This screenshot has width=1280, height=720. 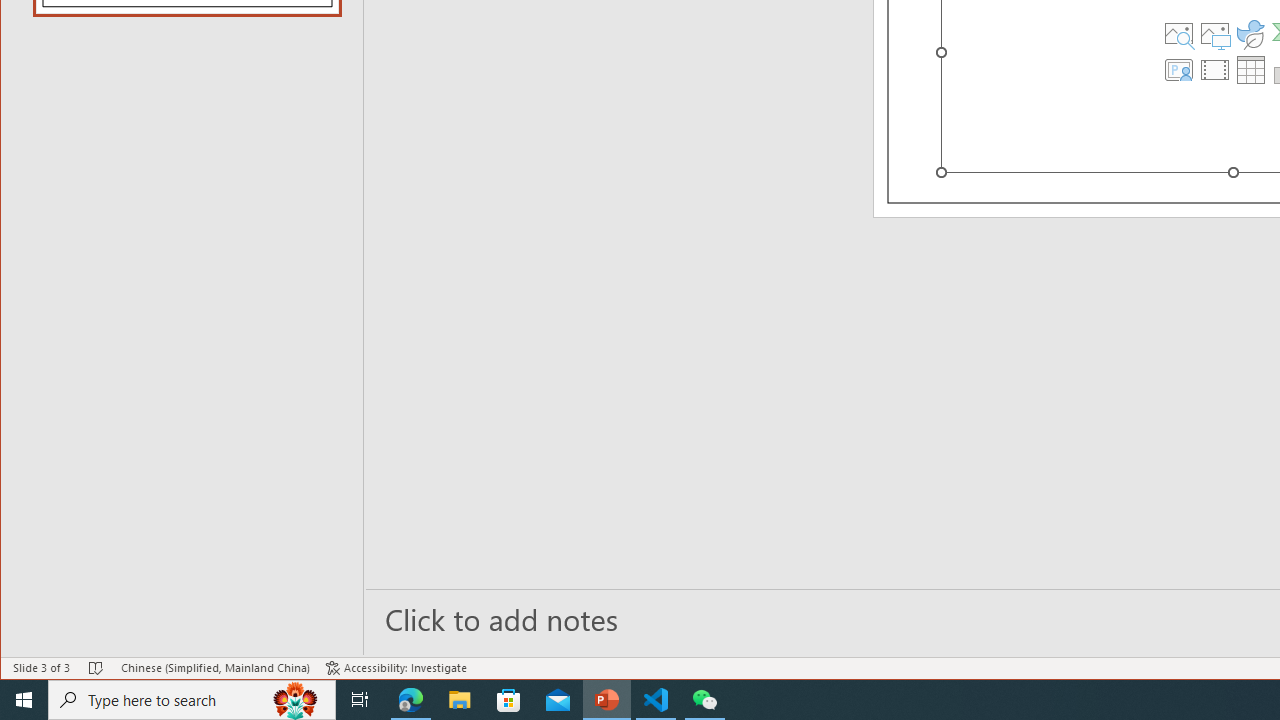 I want to click on 'Insert Table', so click(x=1250, y=68).